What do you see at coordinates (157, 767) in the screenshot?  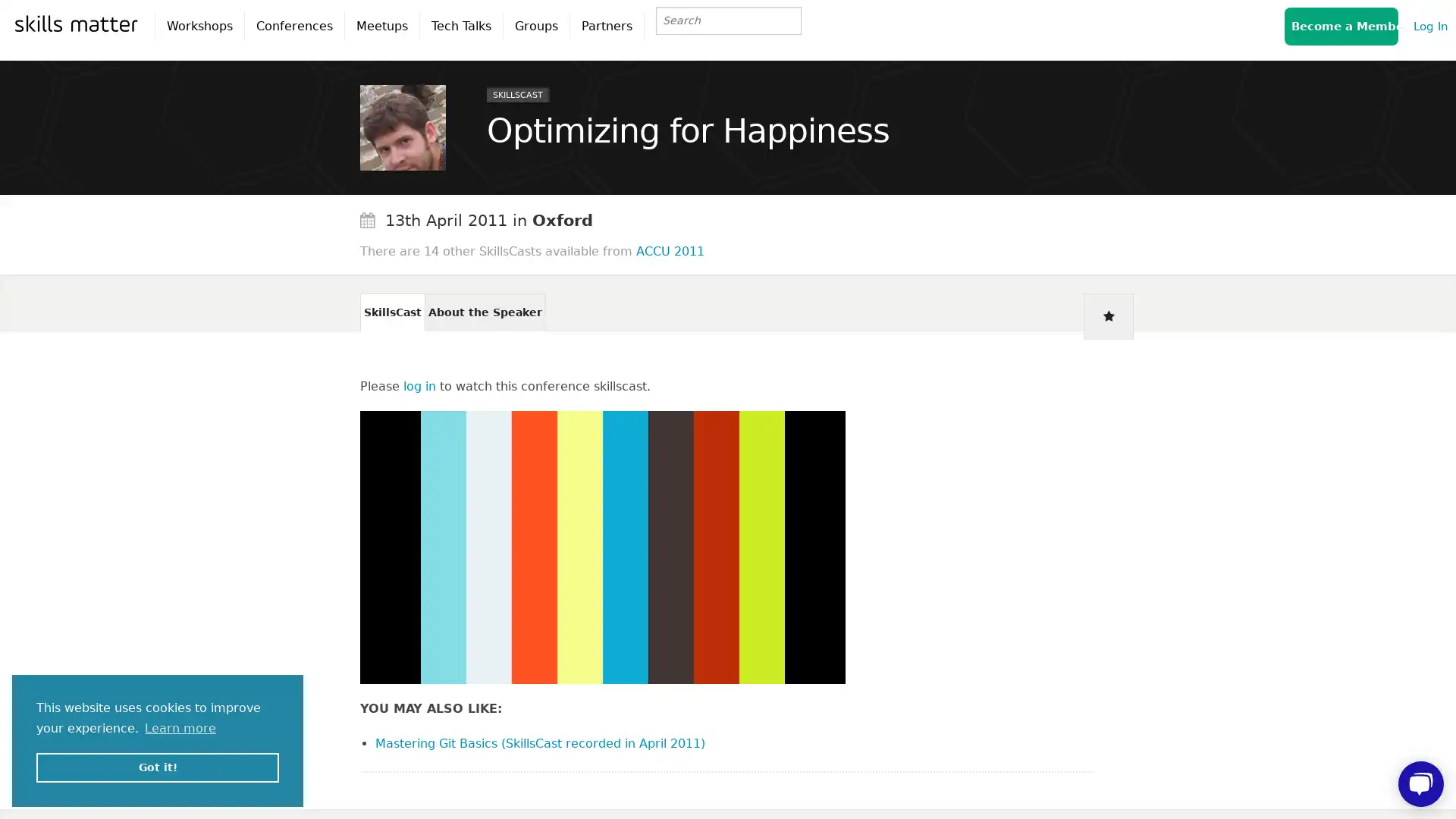 I see `dismiss cookie message` at bounding box center [157, 767].